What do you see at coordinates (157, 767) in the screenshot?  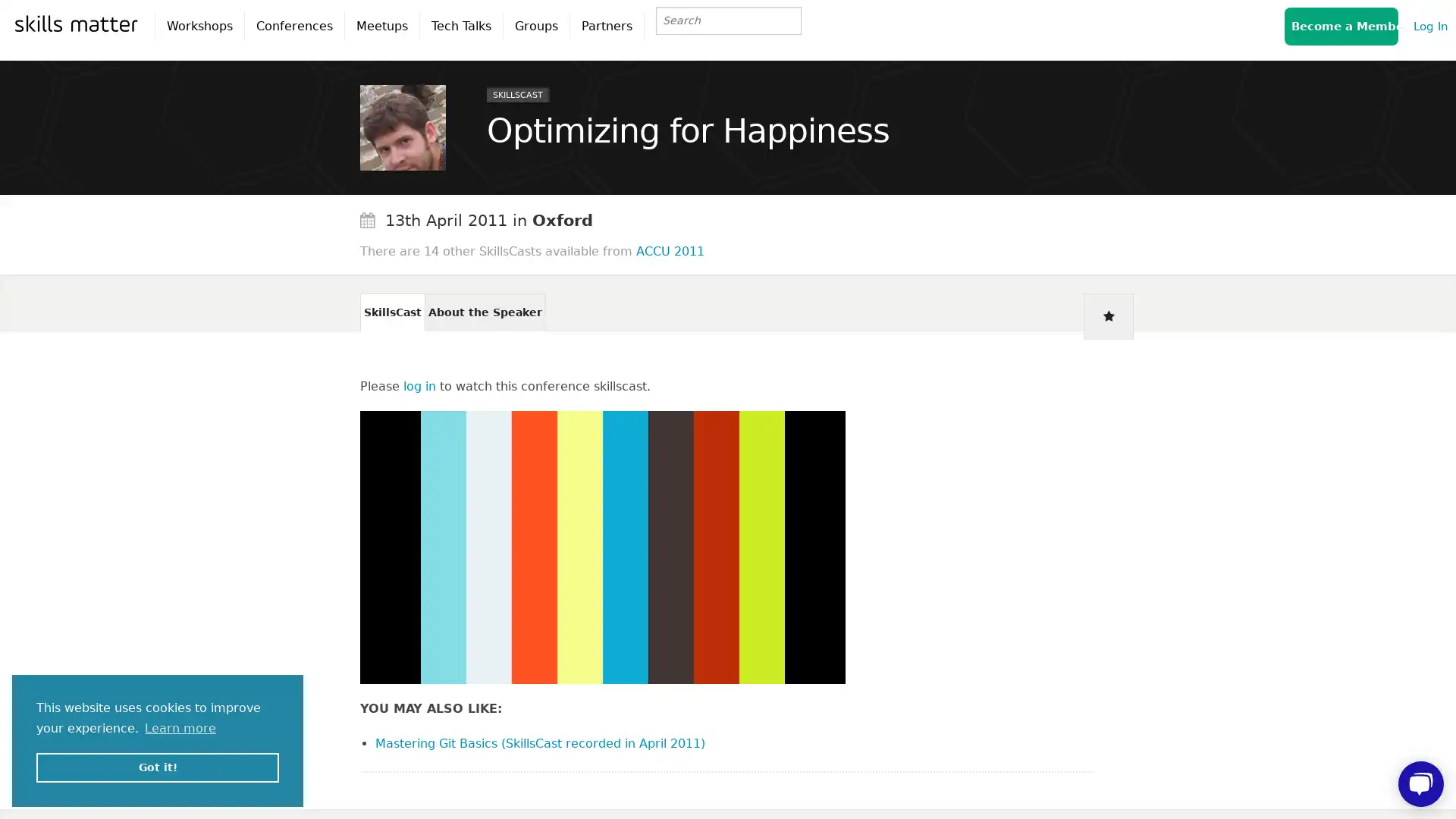 I see `dismiss cookie message` at bounding box center [157, 767].